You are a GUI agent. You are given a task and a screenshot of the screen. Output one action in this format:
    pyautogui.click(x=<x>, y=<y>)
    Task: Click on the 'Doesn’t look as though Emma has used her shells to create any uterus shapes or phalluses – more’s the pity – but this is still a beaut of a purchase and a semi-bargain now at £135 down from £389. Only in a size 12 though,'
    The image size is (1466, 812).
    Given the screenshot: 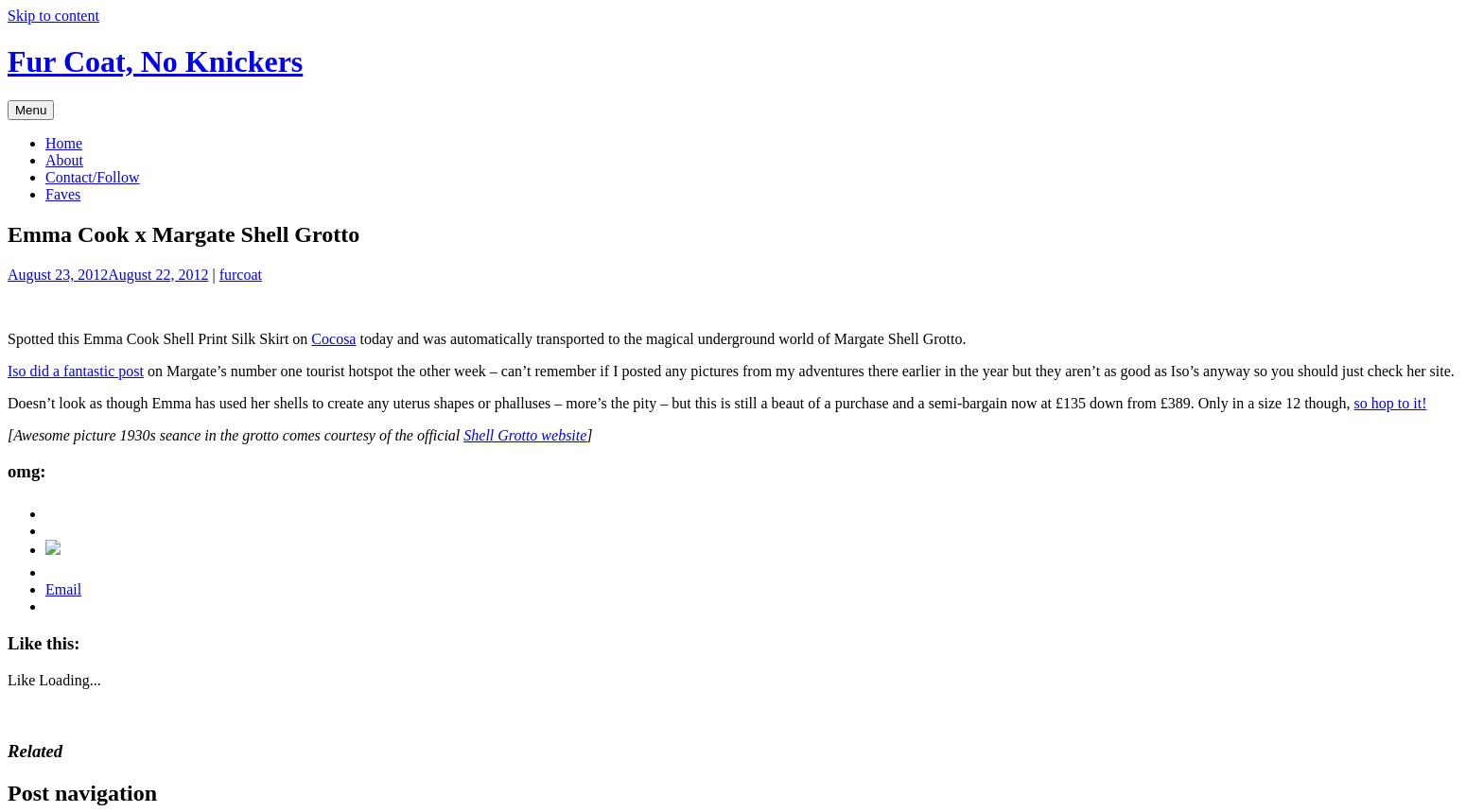 What is the action you would take?
    pyautogui.click(x=680, y=402)
    